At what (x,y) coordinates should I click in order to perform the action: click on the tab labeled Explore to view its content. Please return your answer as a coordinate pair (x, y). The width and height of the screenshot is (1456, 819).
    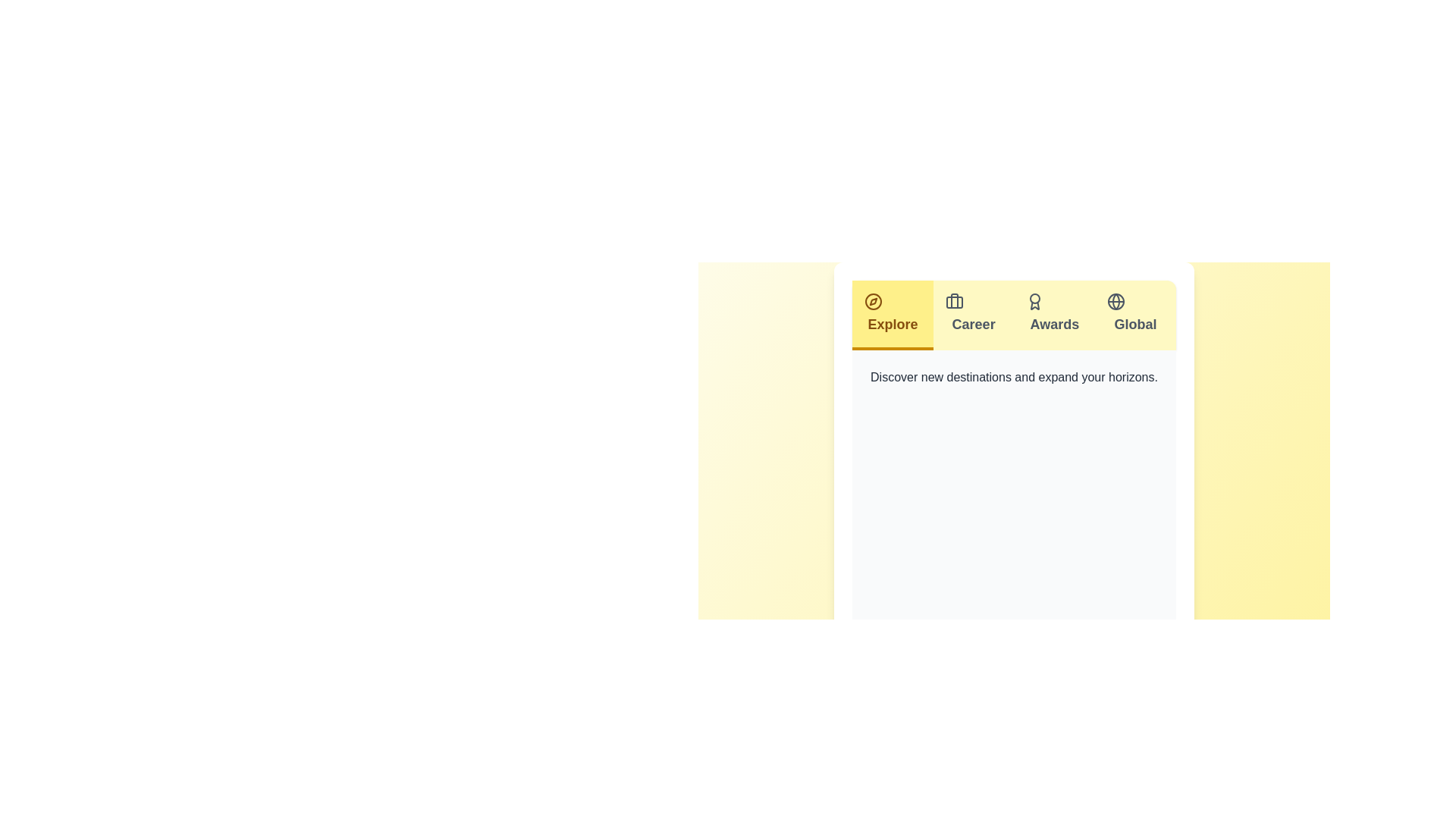
    Looking at the image, I should click on (893, 315).